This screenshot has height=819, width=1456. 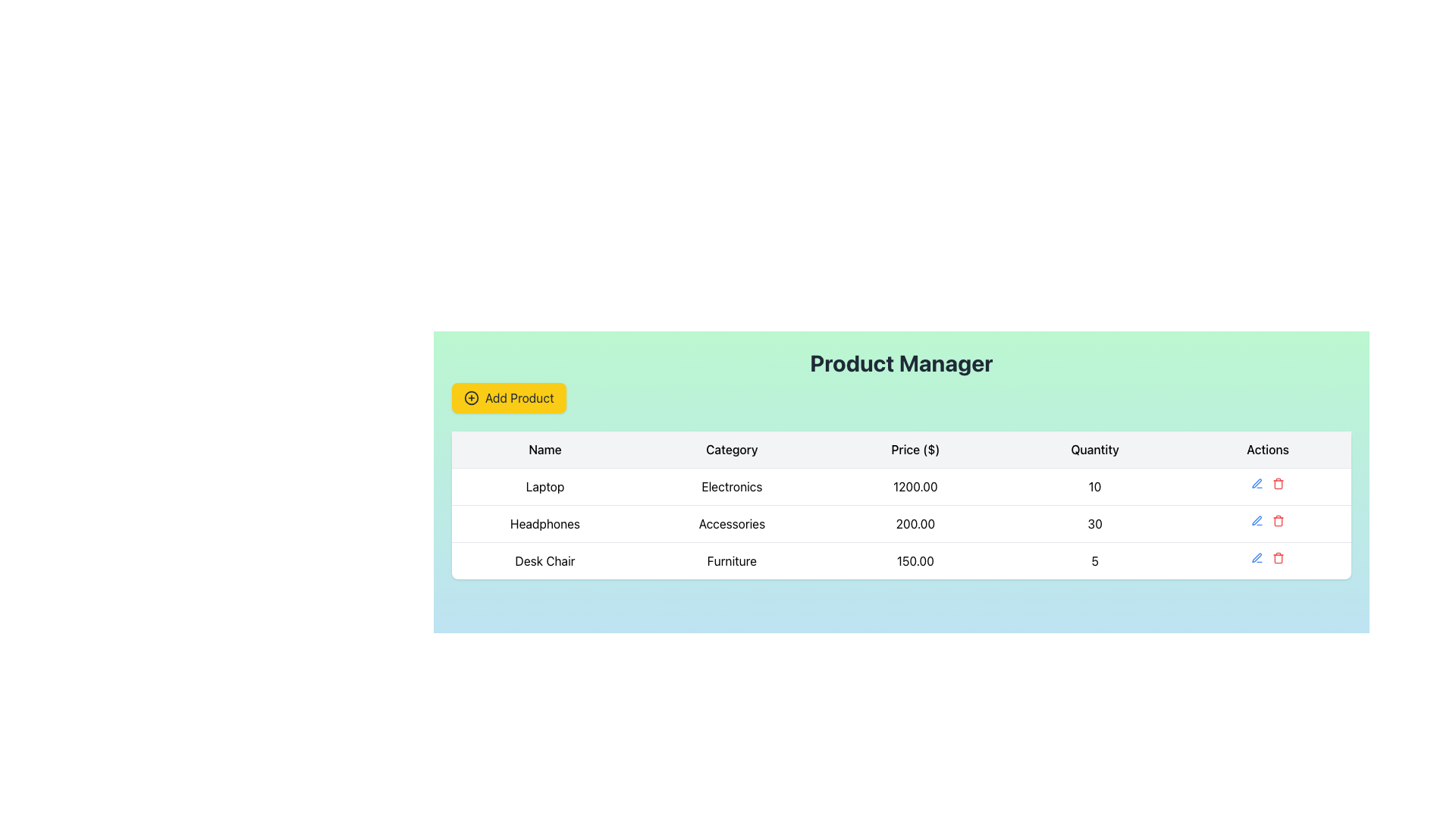 What do you see at coordinates (732, 449) in the screenshot?
I see `the 'Category' text label in the table header, which is the second column header located between 'Name' and 'Price ($)'` at bounding box center [732, 449].